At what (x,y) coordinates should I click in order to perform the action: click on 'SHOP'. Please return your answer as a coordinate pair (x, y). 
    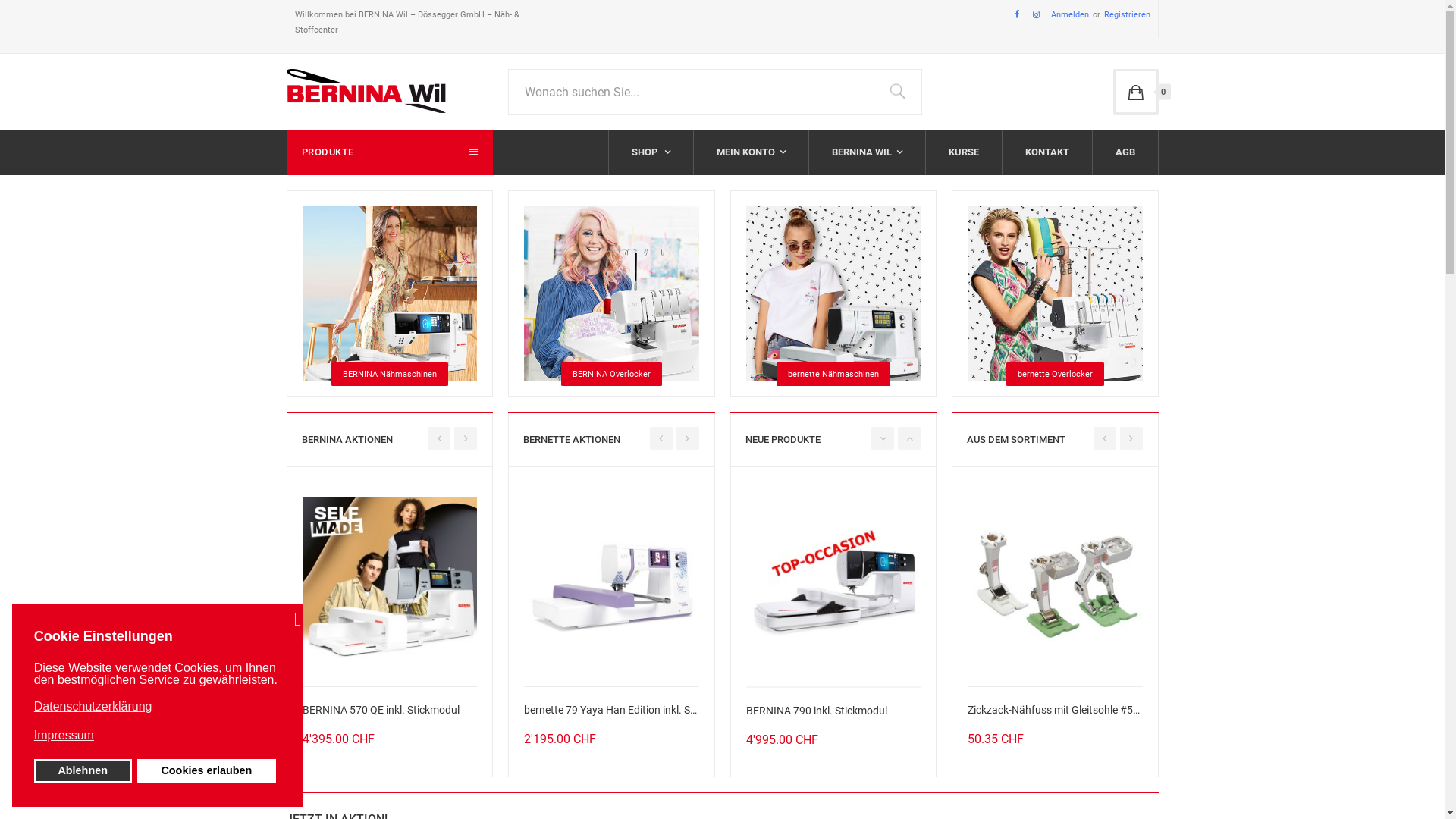
    Looking at the image, I should click on (650, 152).